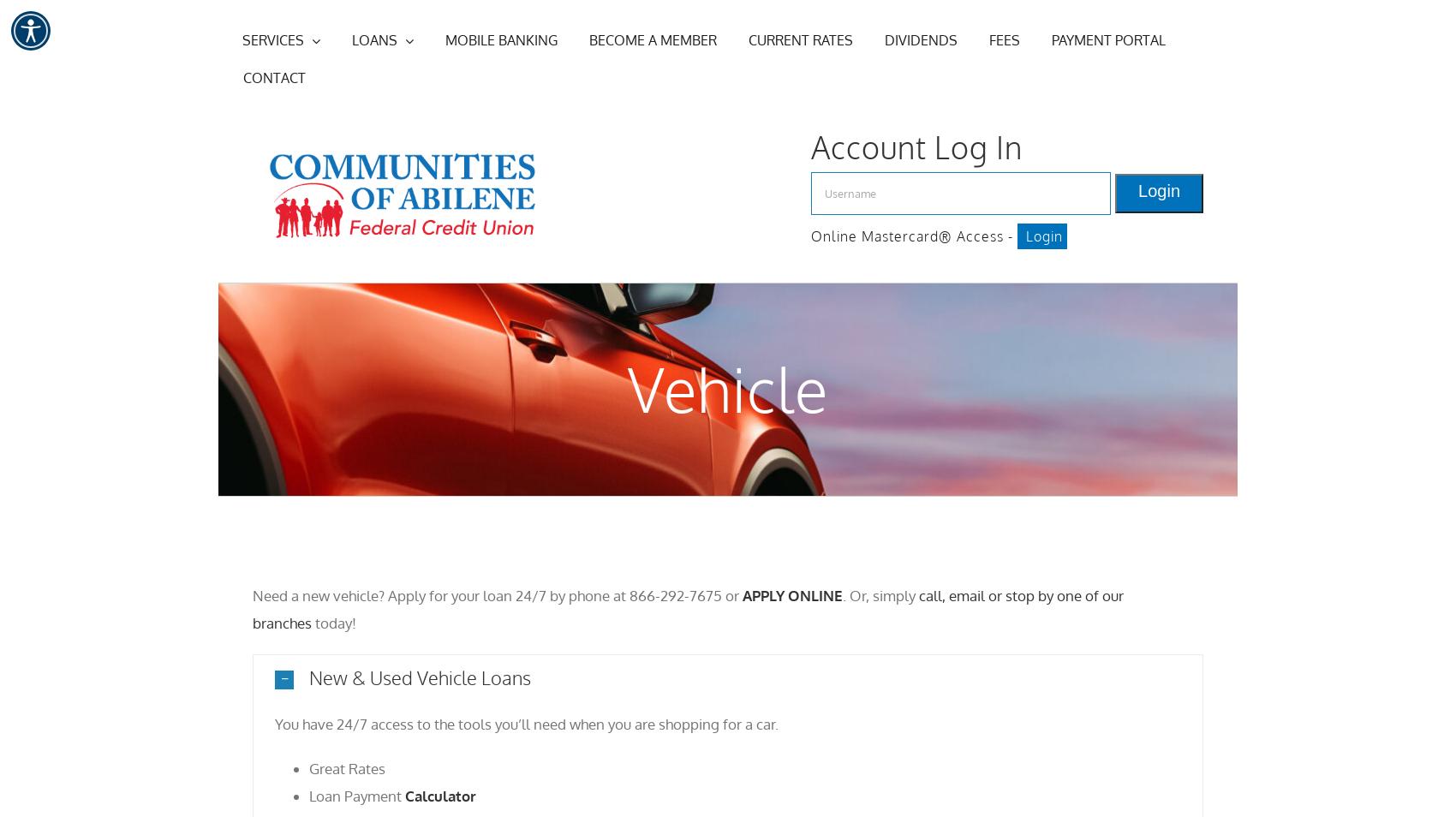 This screenshot has height=817, width=1456. What do you see at coordinates (356, 795) in the screenshot?
I see `'Loan Payment'` at bounding box center [356, 795].